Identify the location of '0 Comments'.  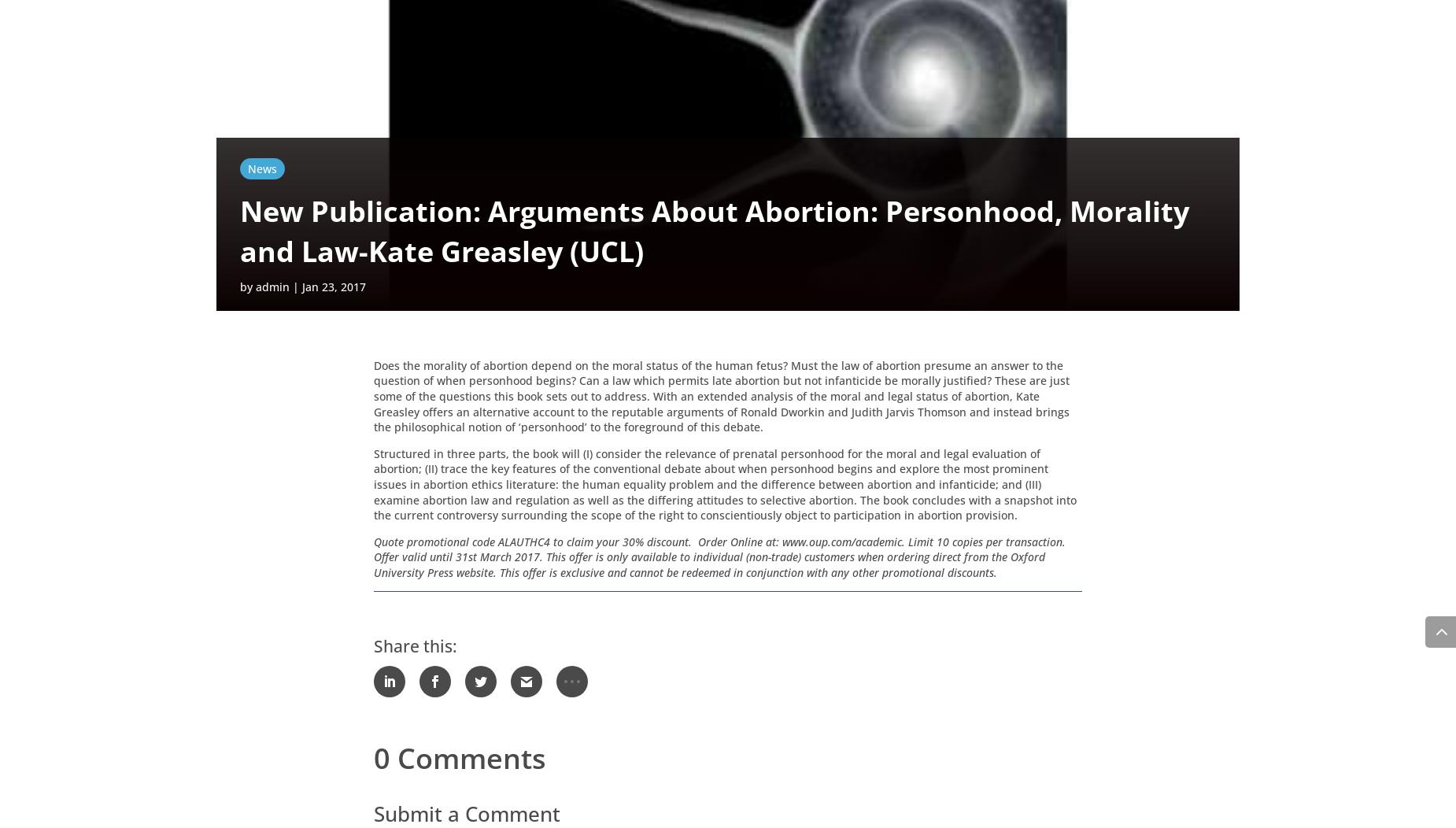
(460, 760).